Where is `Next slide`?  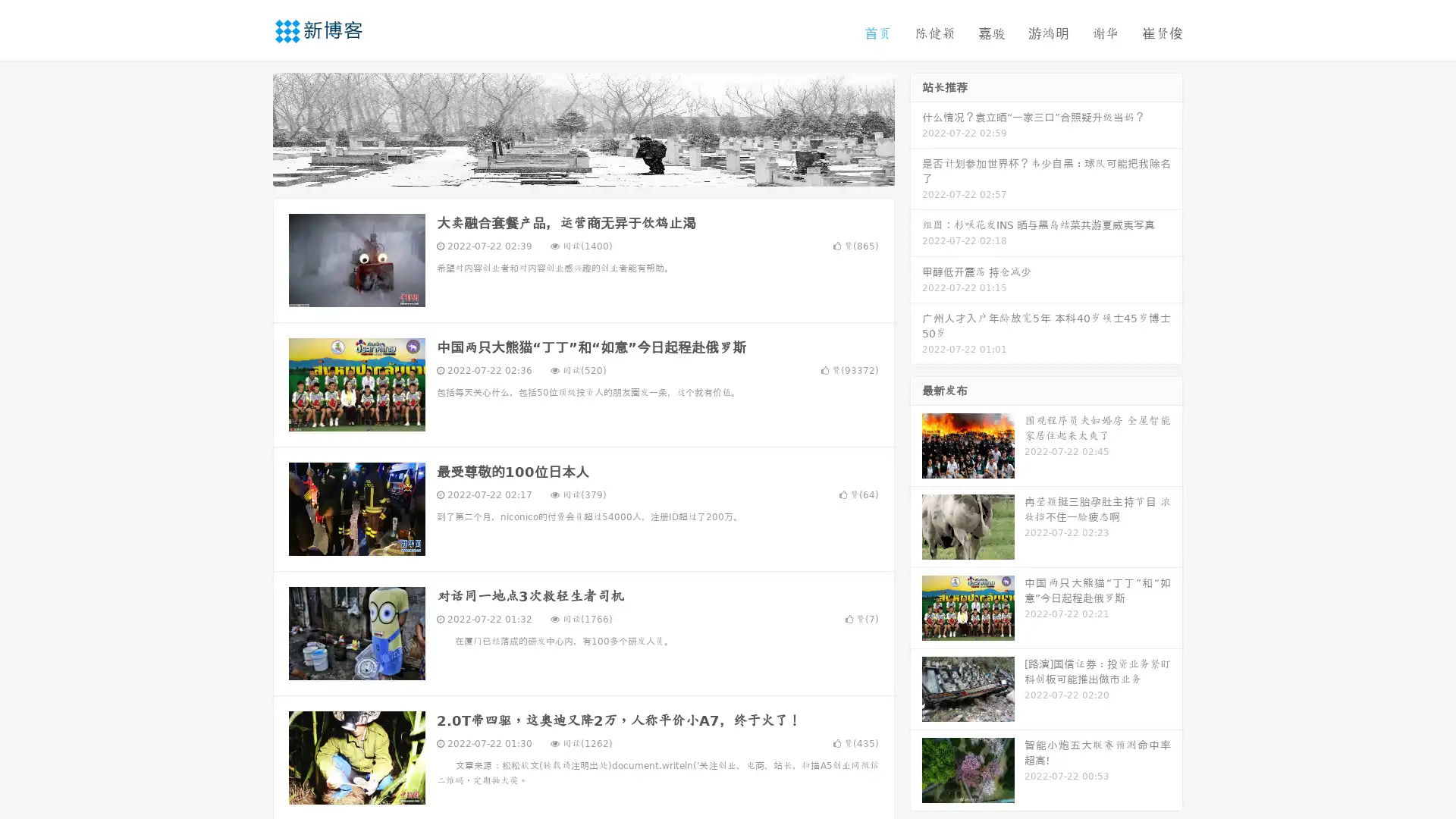
Next slide is located at coordinates (916, 127).